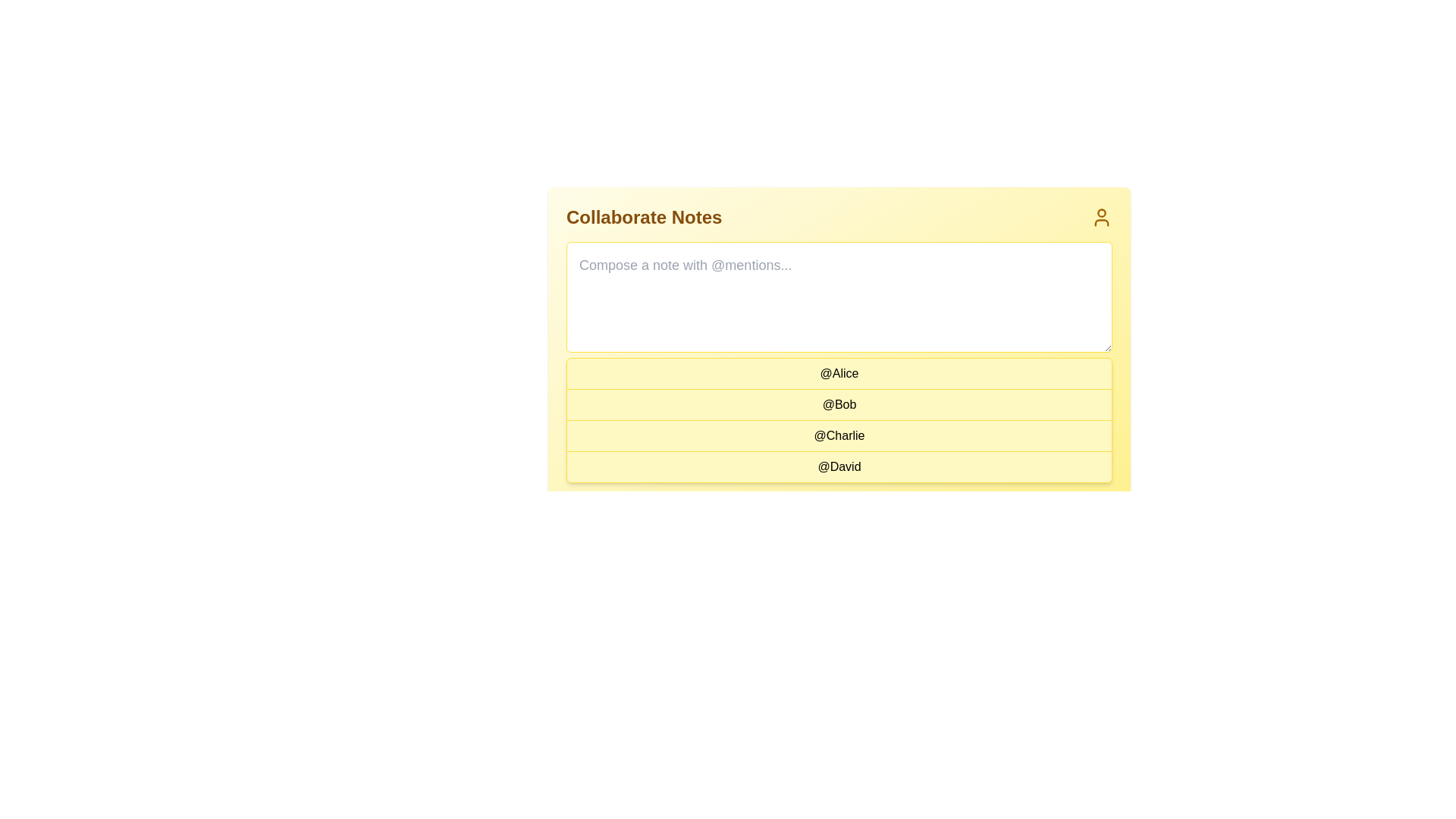 The width and height of the screenshot is (1456, 819). What do you see at coordinates (839, 366) in the screenshot?
I see `the first list item that contains the text '@Alice', which has a light yellow background and a hover animation` at bounding box center [839, 366].